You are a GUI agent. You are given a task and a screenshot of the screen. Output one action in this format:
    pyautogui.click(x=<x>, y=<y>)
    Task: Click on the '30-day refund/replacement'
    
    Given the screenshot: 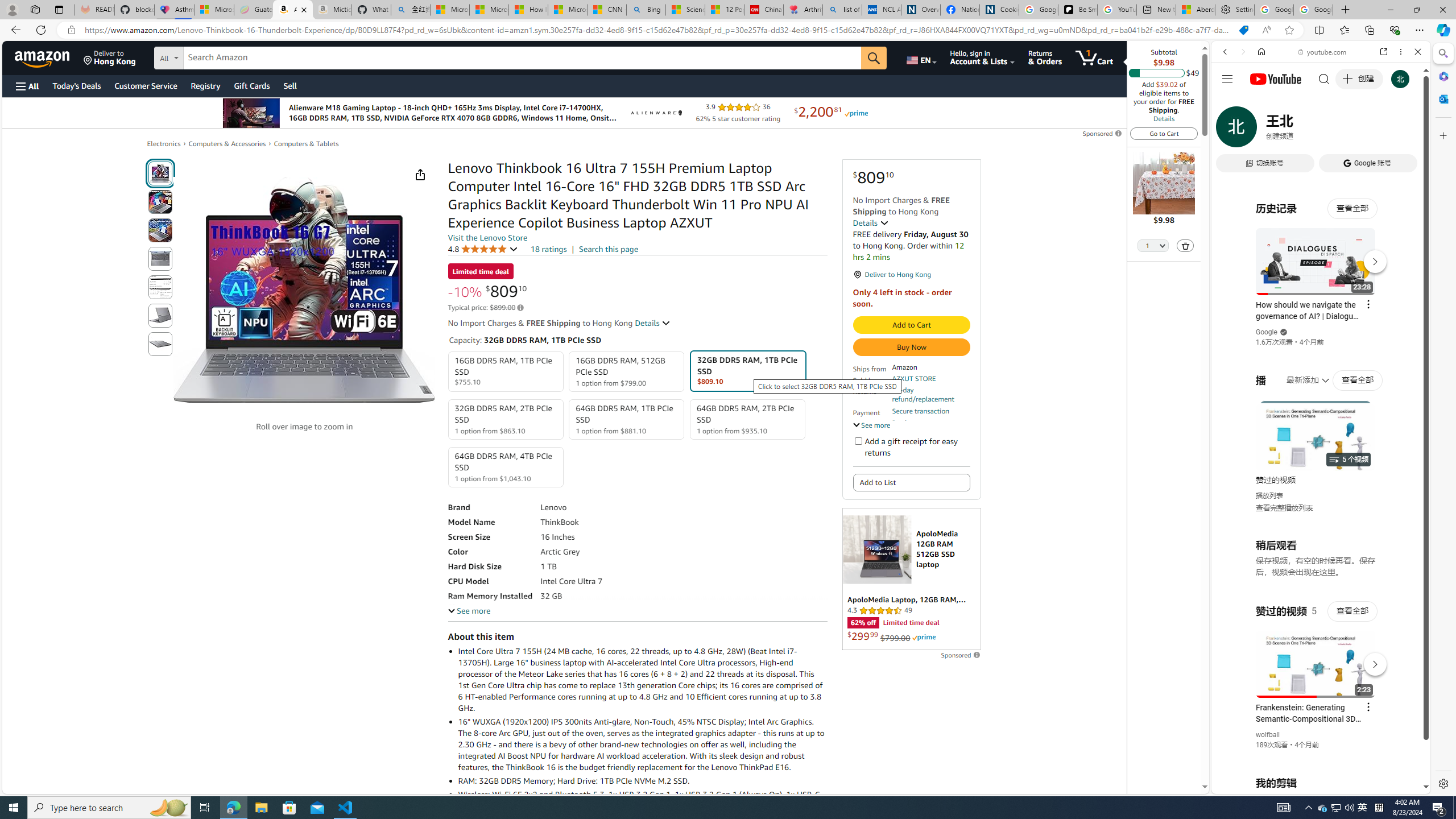 What is the action you would take?
    pyautogui.click(x=929, y=394)
    